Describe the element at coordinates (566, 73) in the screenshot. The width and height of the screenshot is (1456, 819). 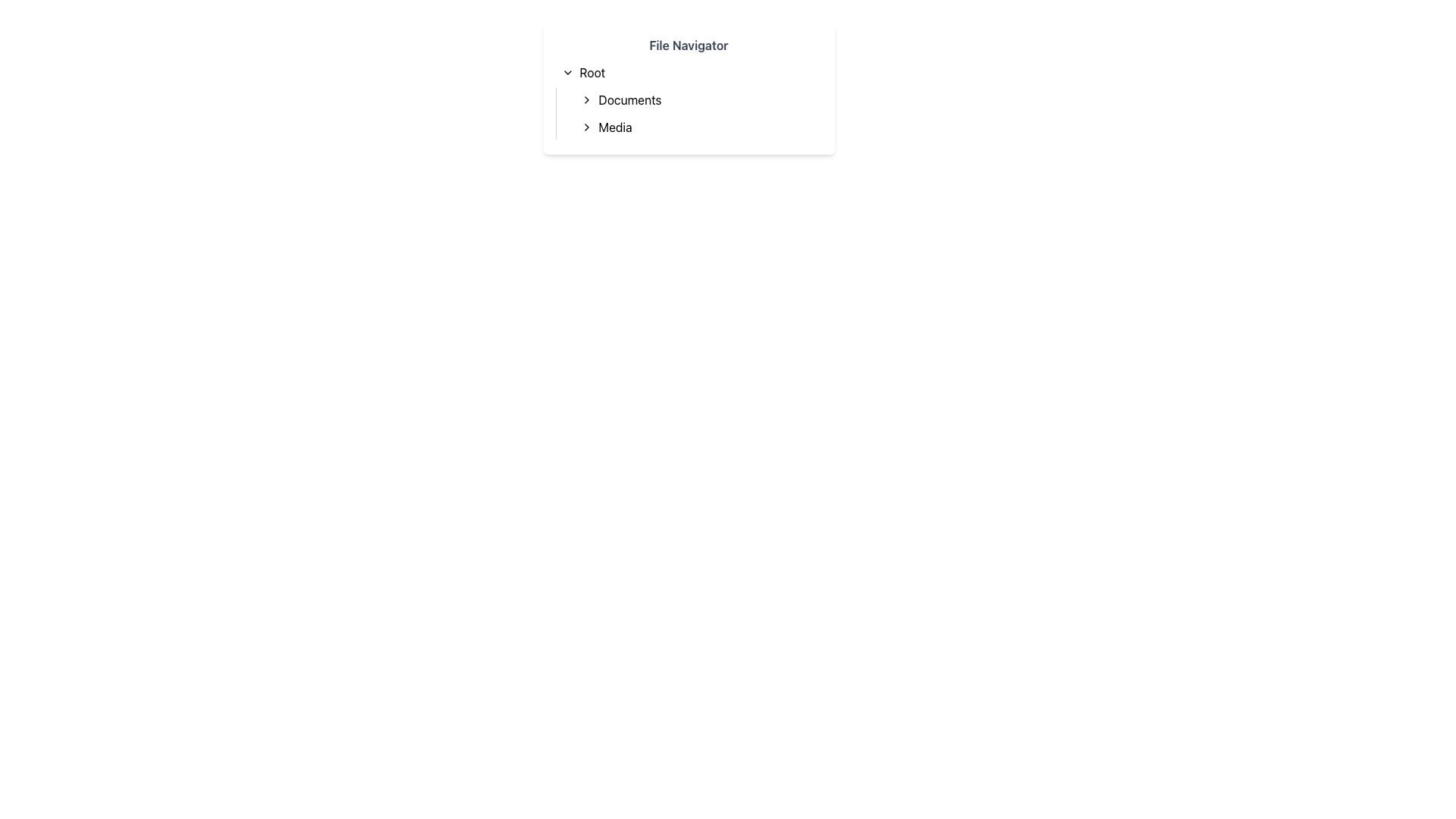
I see `the SVG Icon (Chevron Down) that is positioned to the left of the text 'Root', which indicates it can be clicked to expand or collapse a dropdown menu` at that location.